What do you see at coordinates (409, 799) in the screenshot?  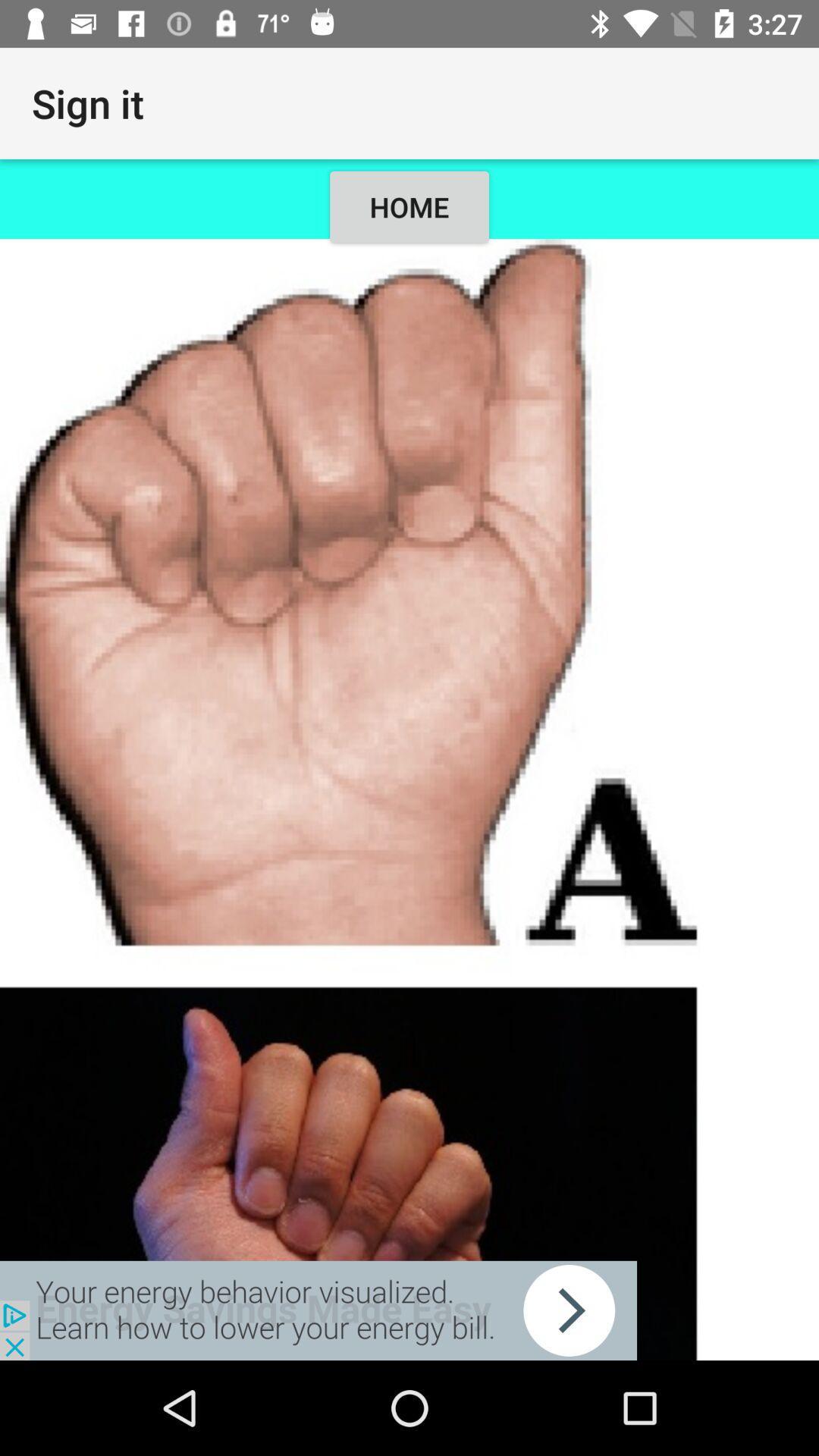 I see `the home button` at bounding box center [409, 799].